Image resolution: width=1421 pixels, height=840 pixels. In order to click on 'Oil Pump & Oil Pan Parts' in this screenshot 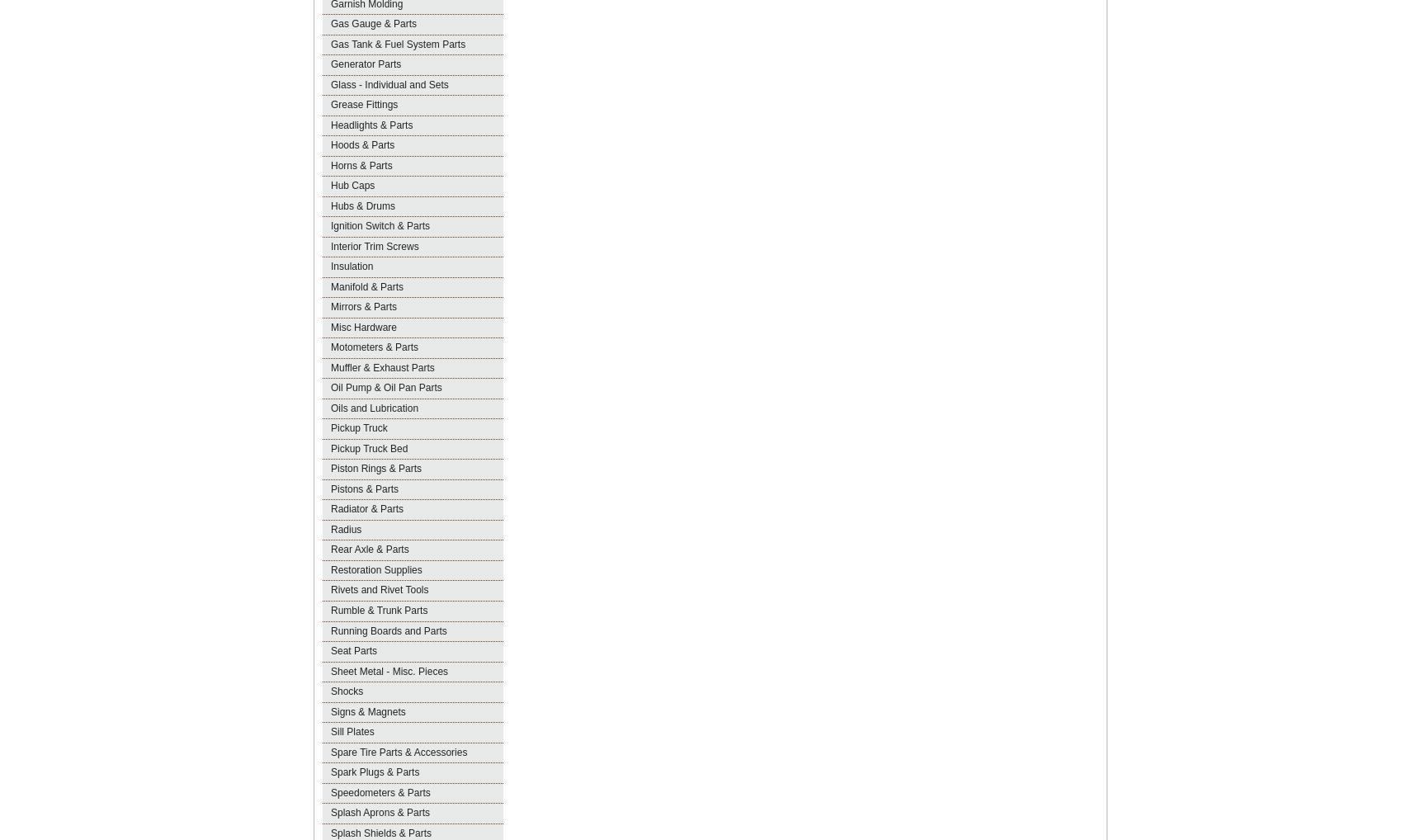, I will do `click(385, 388)`.